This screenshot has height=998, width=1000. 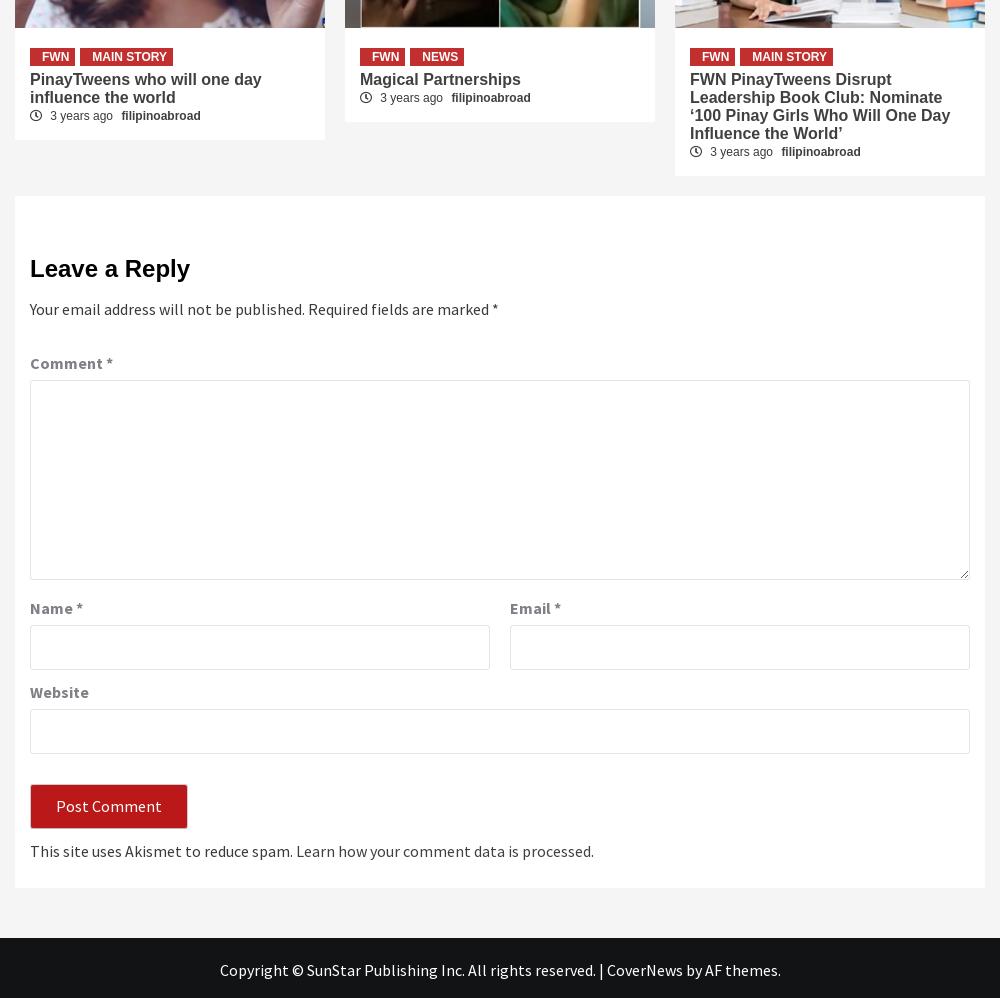 I want to click on 'CoverNews', so click(x=605, y=967).